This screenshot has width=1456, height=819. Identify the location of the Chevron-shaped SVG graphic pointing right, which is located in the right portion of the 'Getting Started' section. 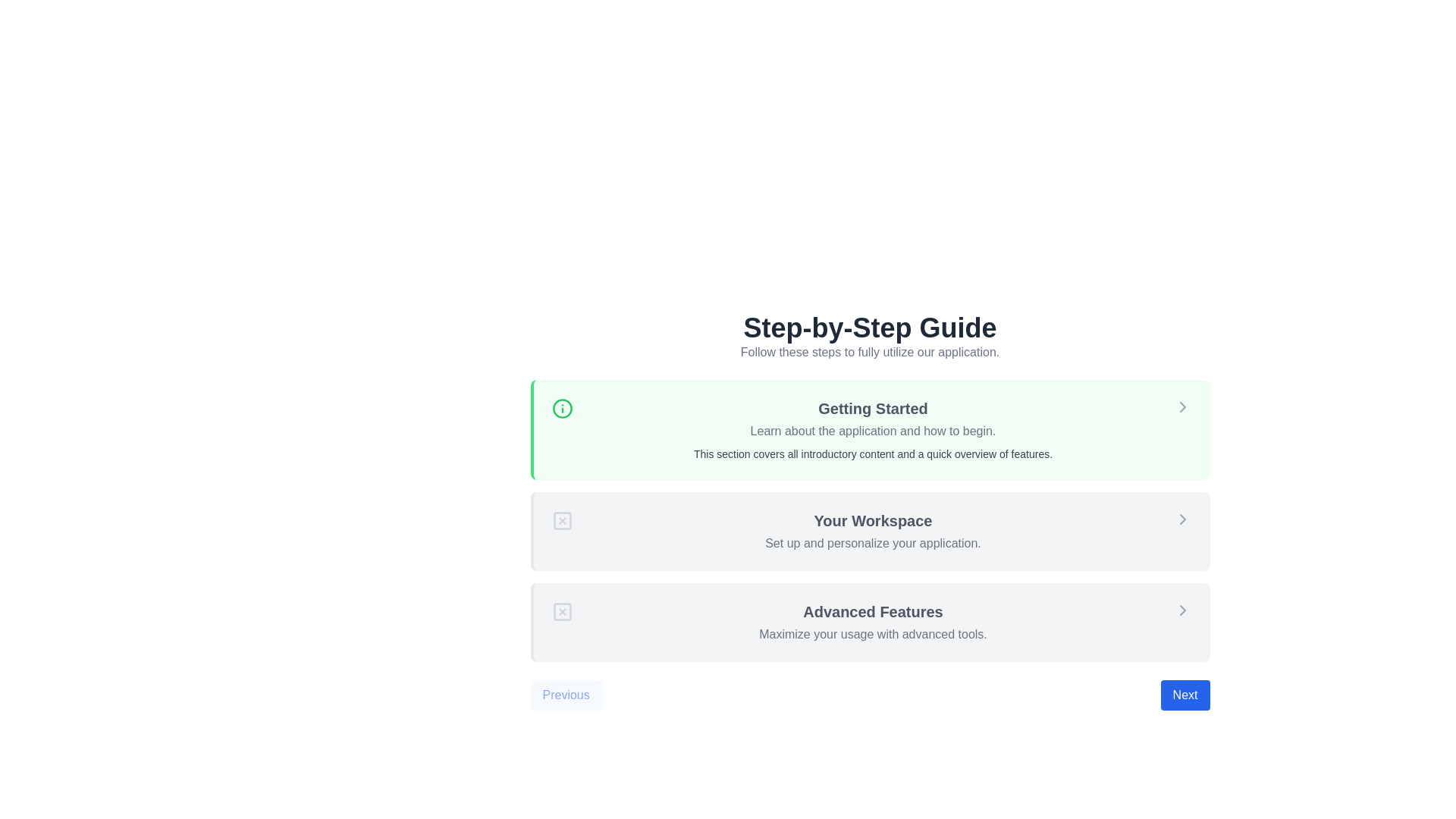
(1181, 406).